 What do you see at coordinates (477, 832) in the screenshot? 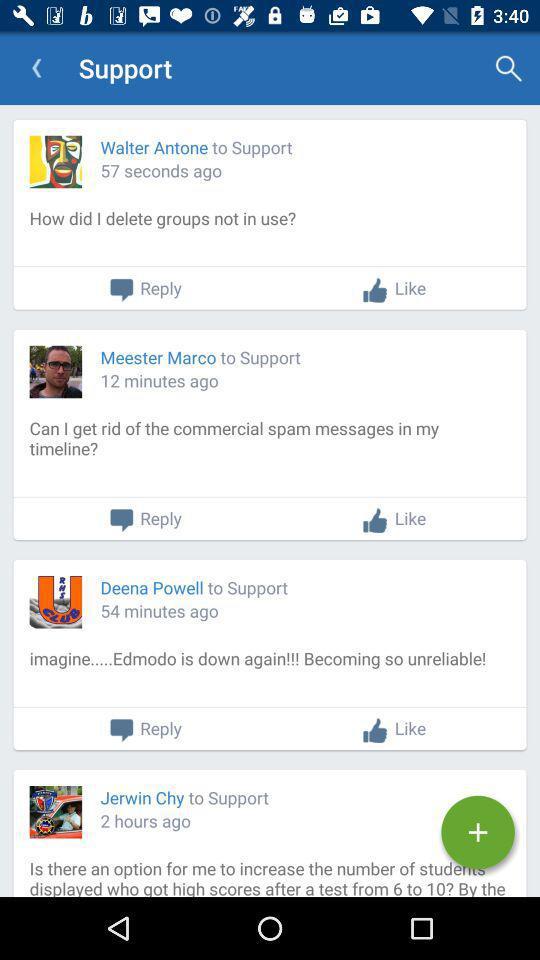
I see `the add icon` at bounding box center [477, 832].